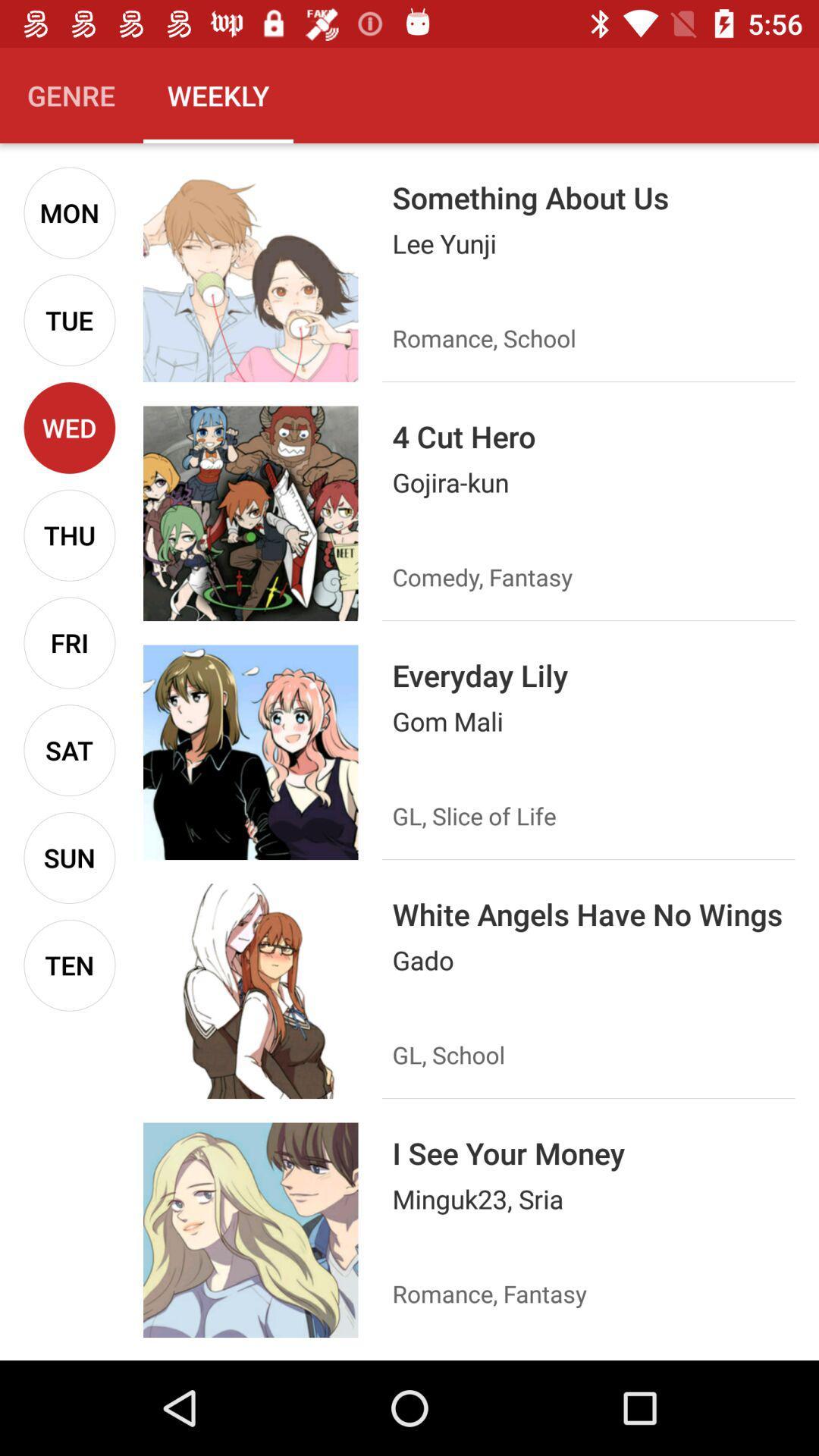 The image size is (819, 1456). Describe the element at coordinates (69, 642) in the screenshot. I see `the fri icon` at that location.